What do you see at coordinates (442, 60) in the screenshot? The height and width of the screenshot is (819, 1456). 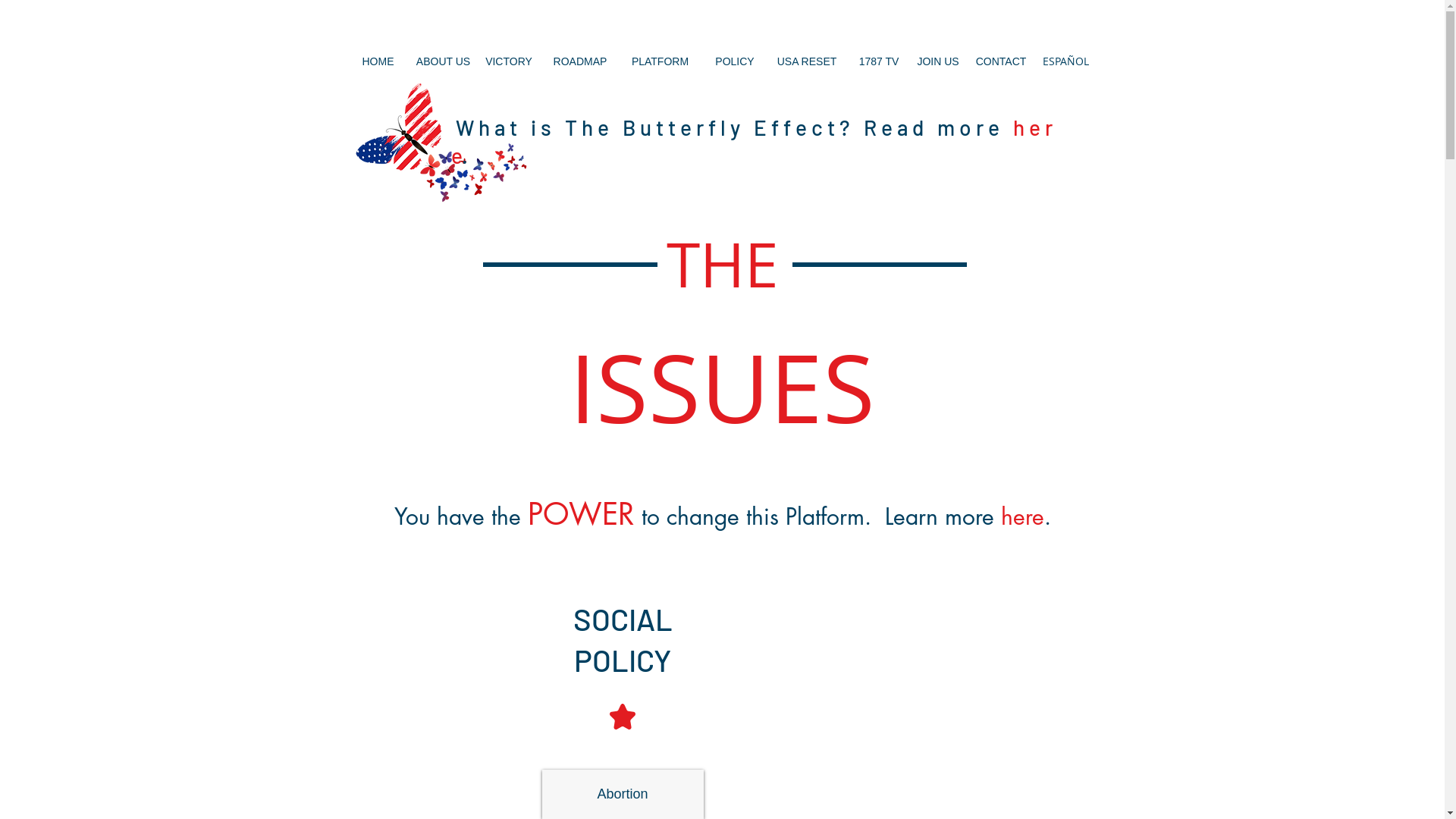 I see `'ABOUT US'` at bounding box center [442, 60].